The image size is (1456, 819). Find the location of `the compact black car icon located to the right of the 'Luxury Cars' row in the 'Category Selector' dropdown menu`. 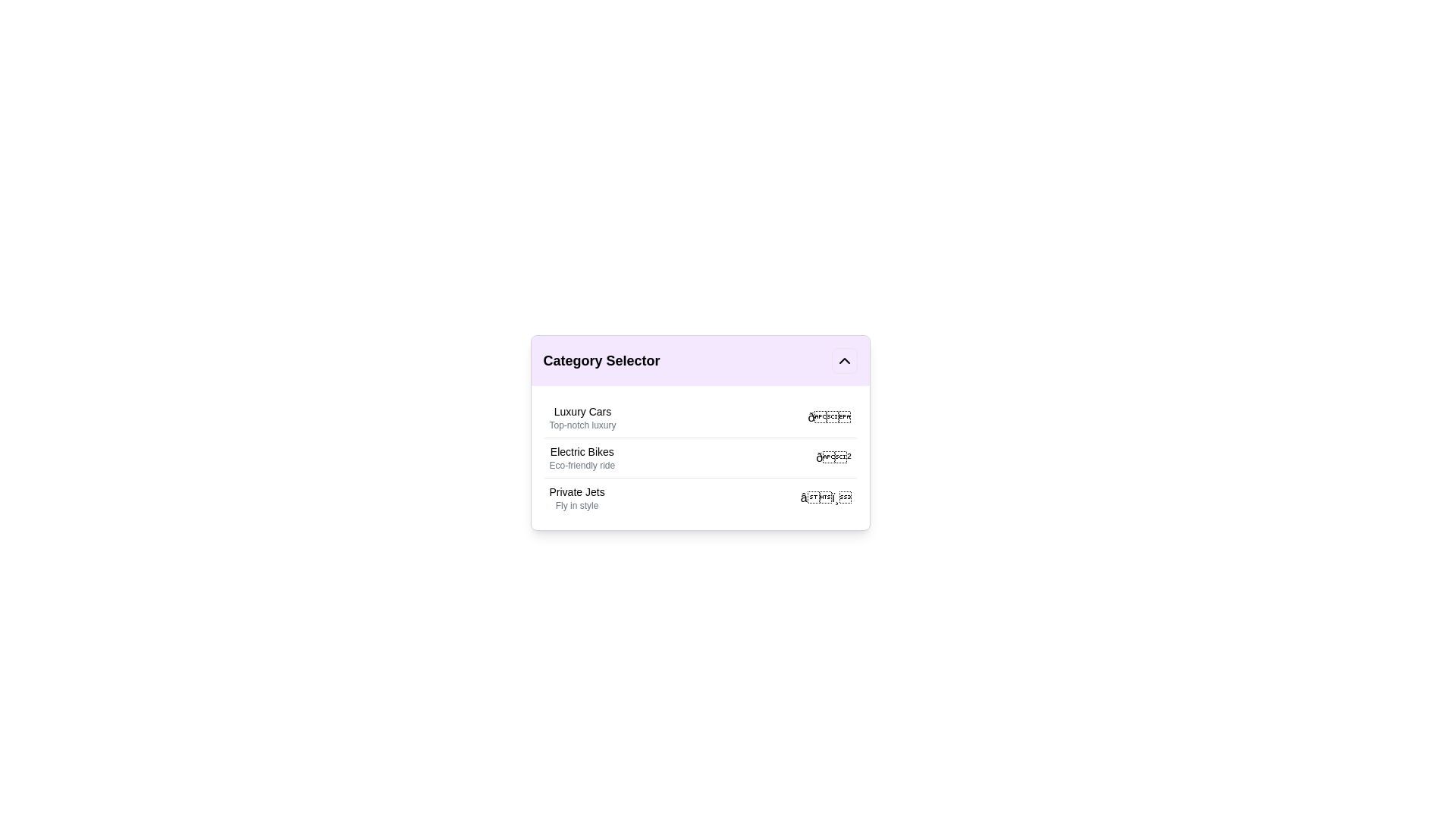

the compact black car icon located to the right of the 'Luxury Cars' row in the 'Category Selector' dropdown menu is located at coordinates (829, 418).